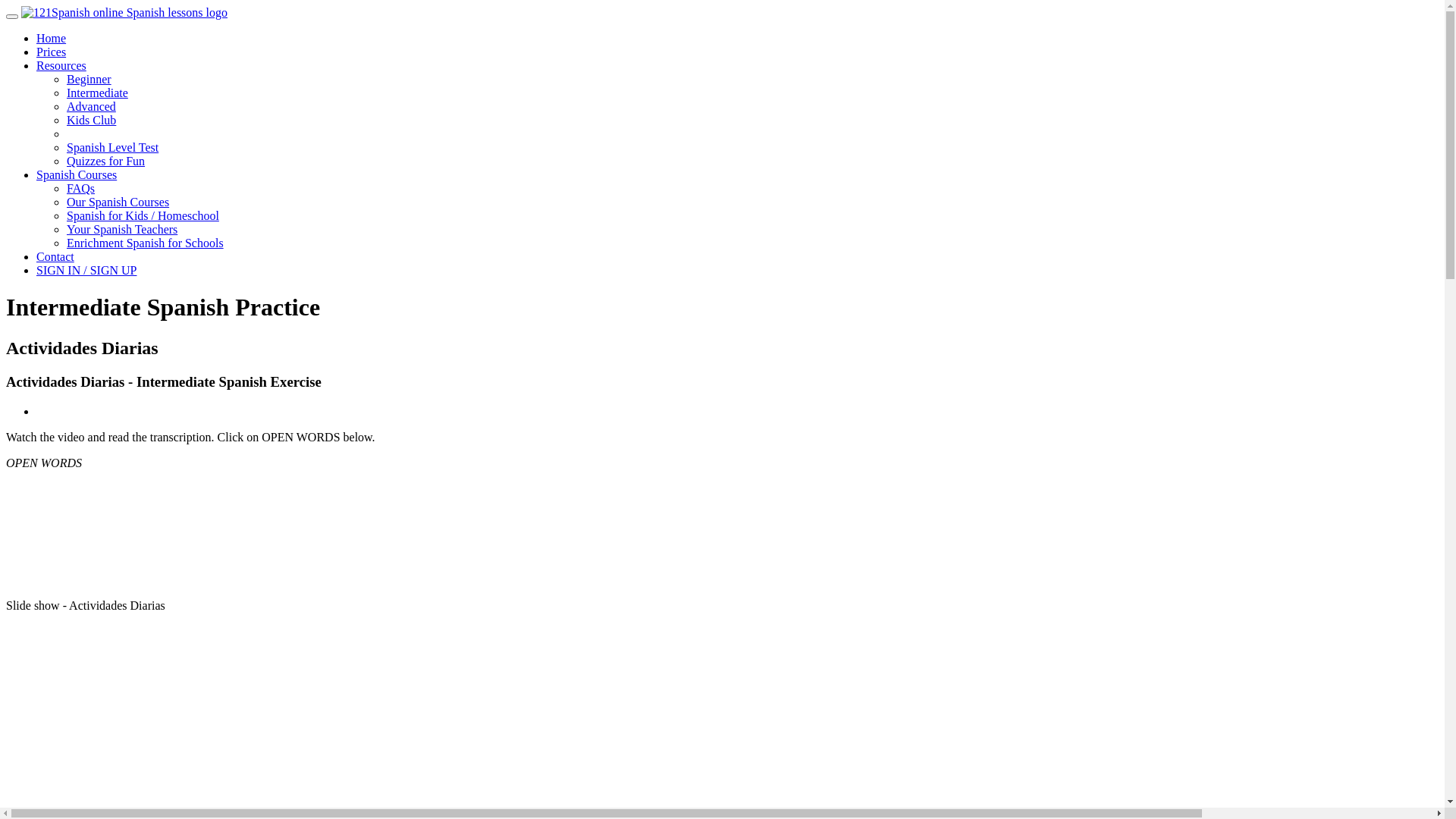  What do you see at coordinates (43, 462) in the screenshot?
I see `'OPEN WORDS'` at bounding box center [43, 462].